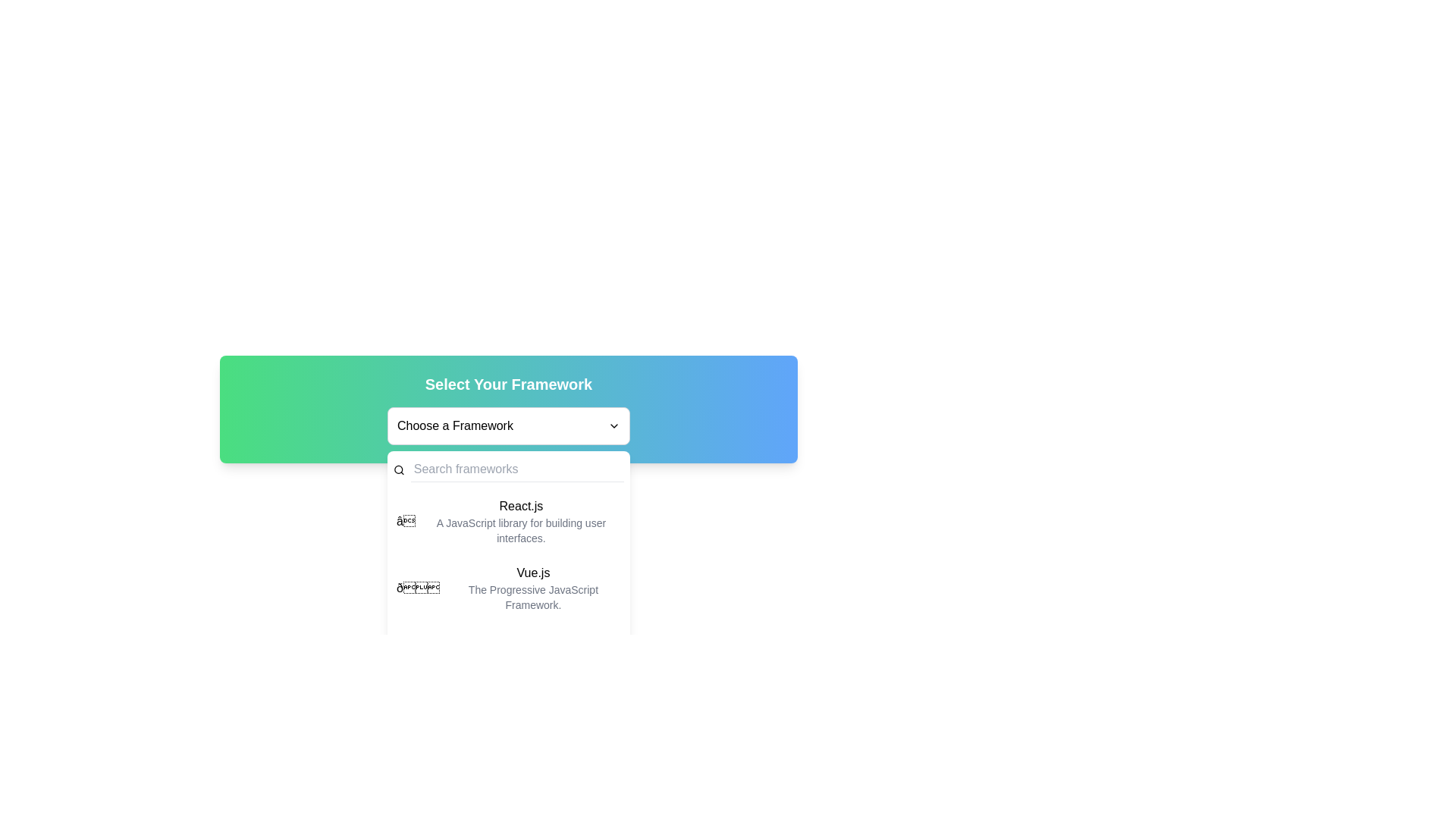 This screenshot has height=819, width=1456. Describe the element at coordinates (521, 520) in the screenshot. I see `text content of the Text block labeled 'React.js' with a subtitle 'A JavaScript library for building user interfaces.' located in the dropdown menu interface` at that location.